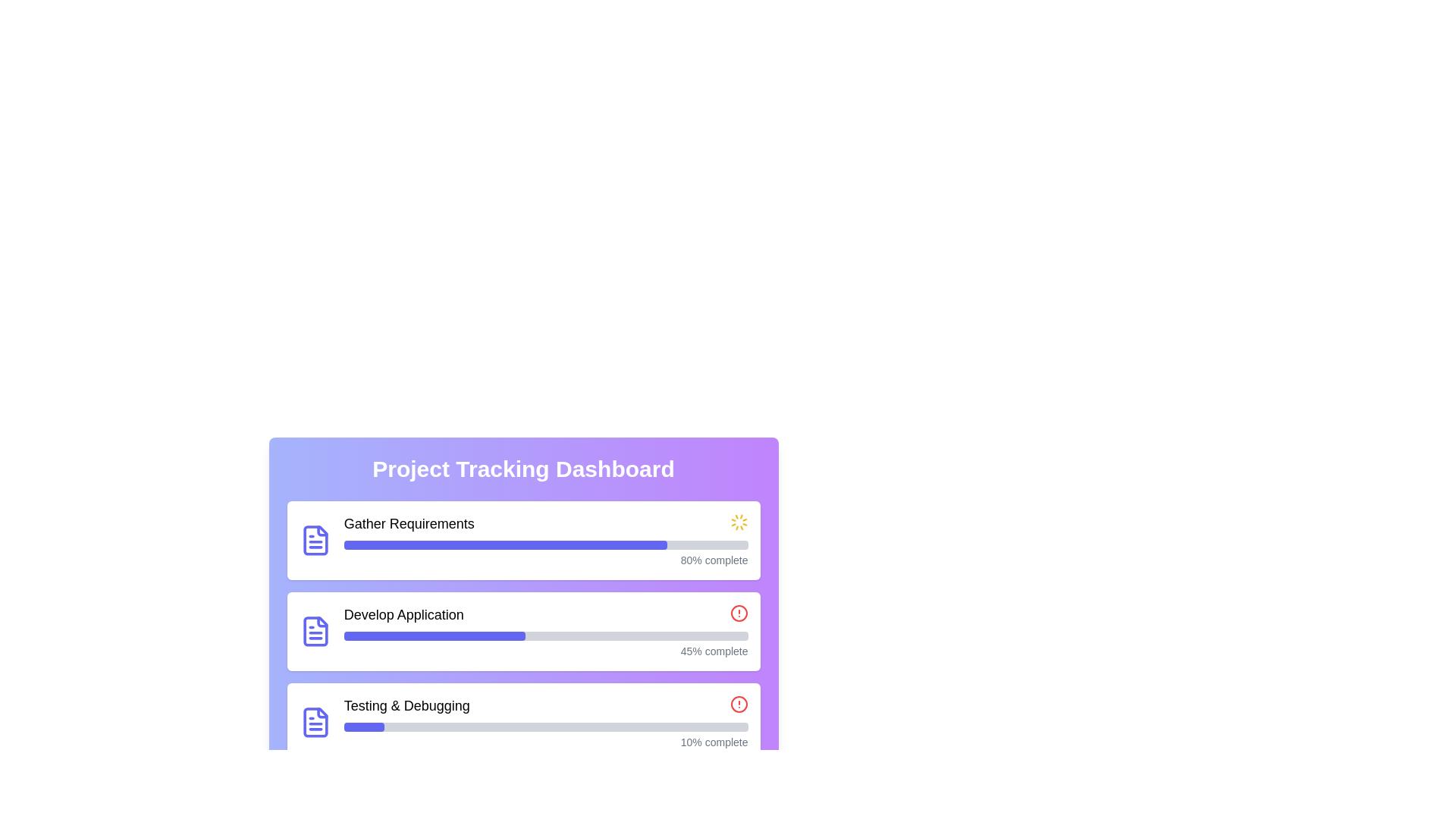  What do you see at coordinates (546, 726) in the screenshot?
I see `the progress bar indicating 10% completion for the 'Testing & Debugging' task` at bounding box center [546, 726].